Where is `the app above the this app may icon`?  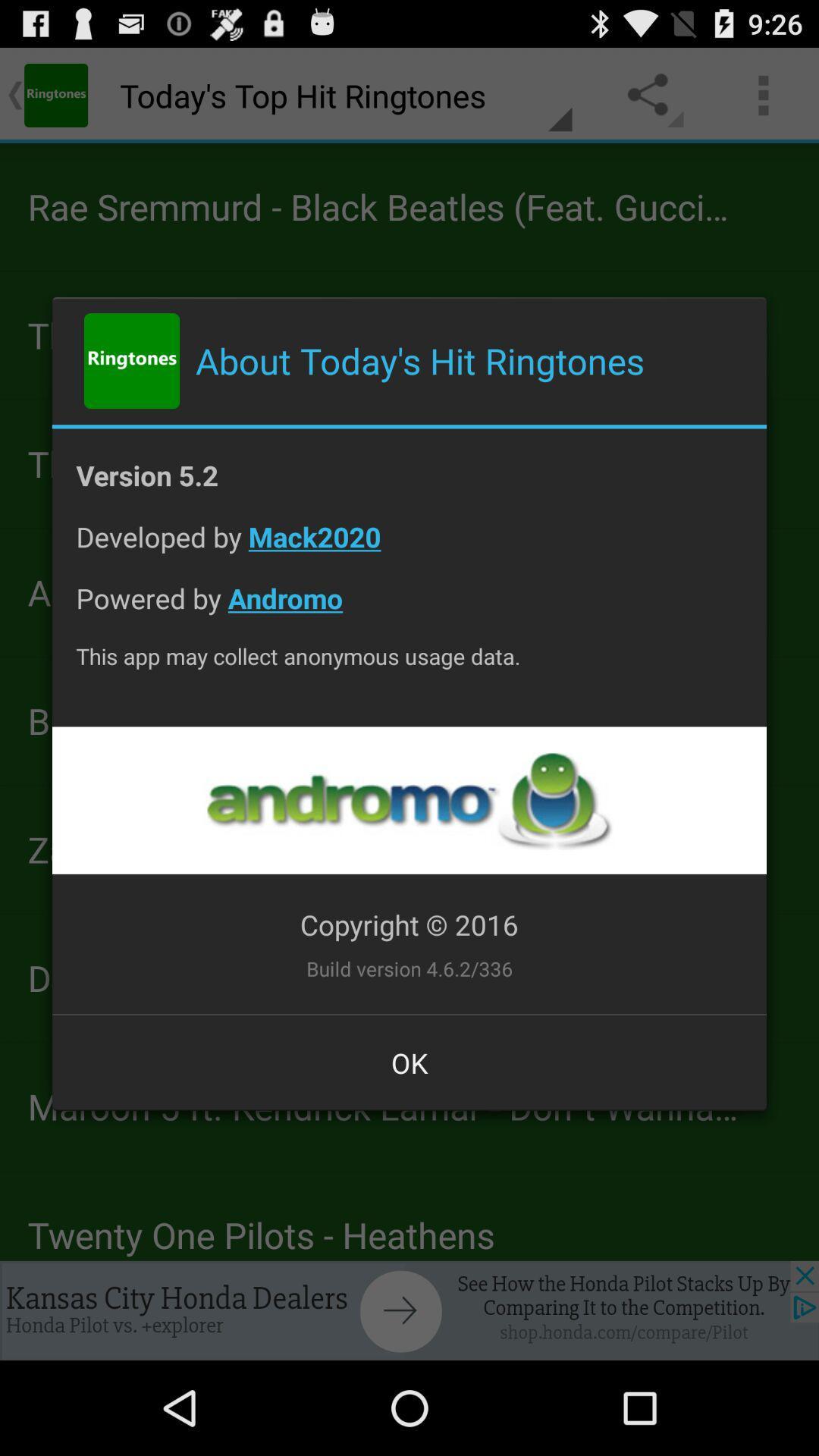
the app above the this app may icon is located at coordinates (409, 610).